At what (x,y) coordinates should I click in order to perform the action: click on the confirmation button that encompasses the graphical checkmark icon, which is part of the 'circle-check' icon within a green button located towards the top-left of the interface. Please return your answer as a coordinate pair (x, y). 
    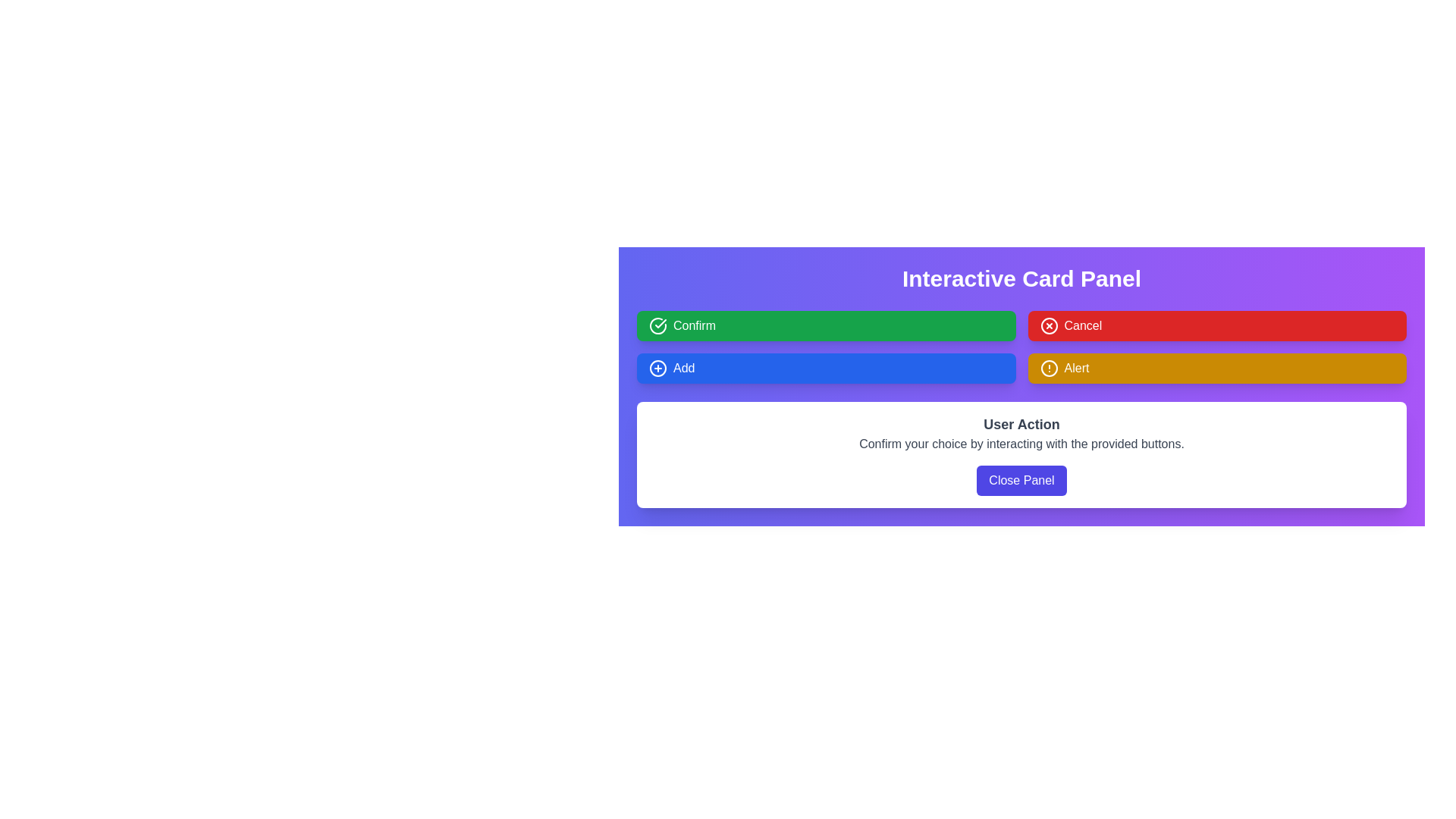
    Looking at the image, I should click on (661, 323).